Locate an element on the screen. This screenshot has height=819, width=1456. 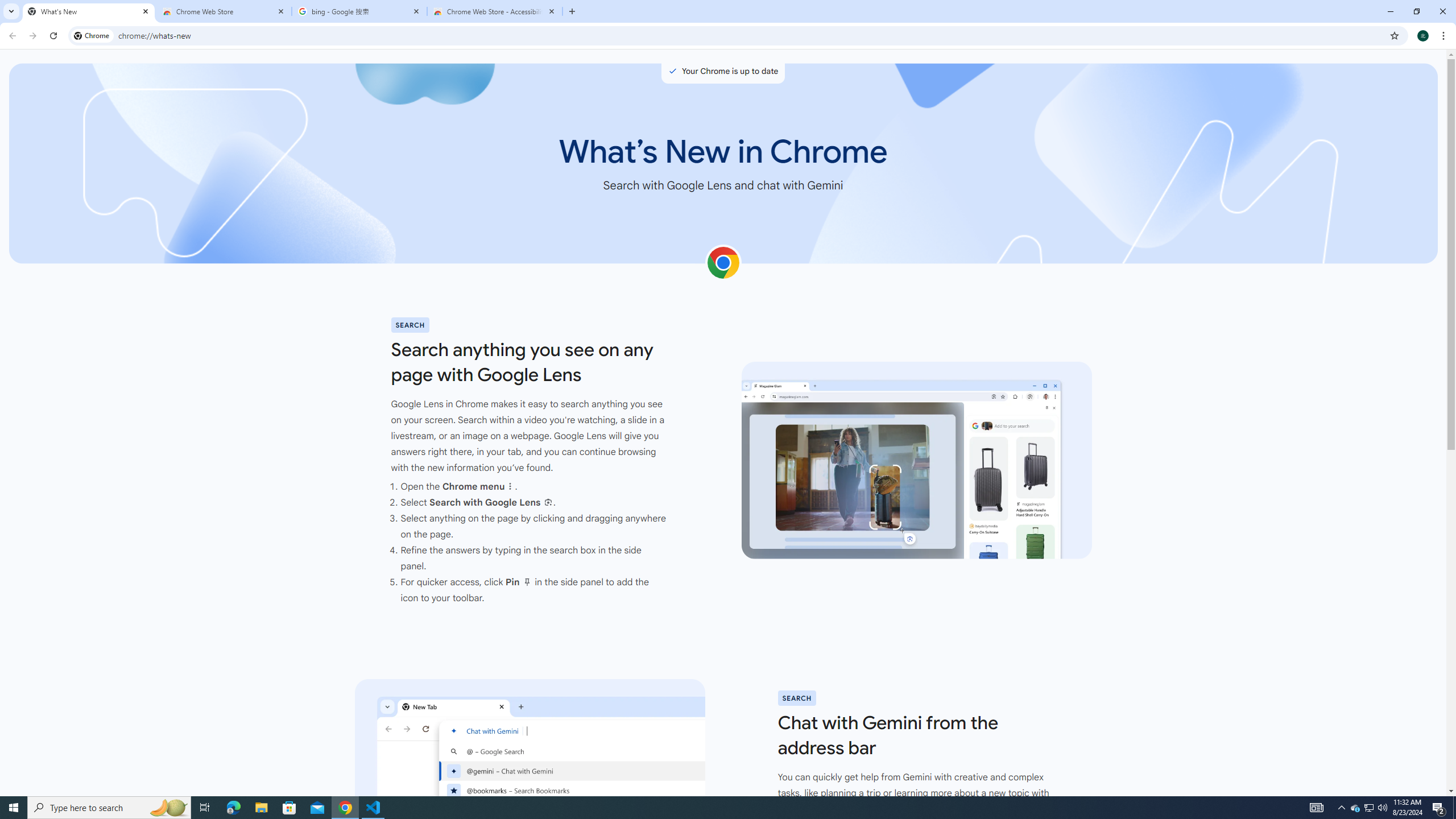
'Google Lens on a product page.' is located at coordinates (916, 460).